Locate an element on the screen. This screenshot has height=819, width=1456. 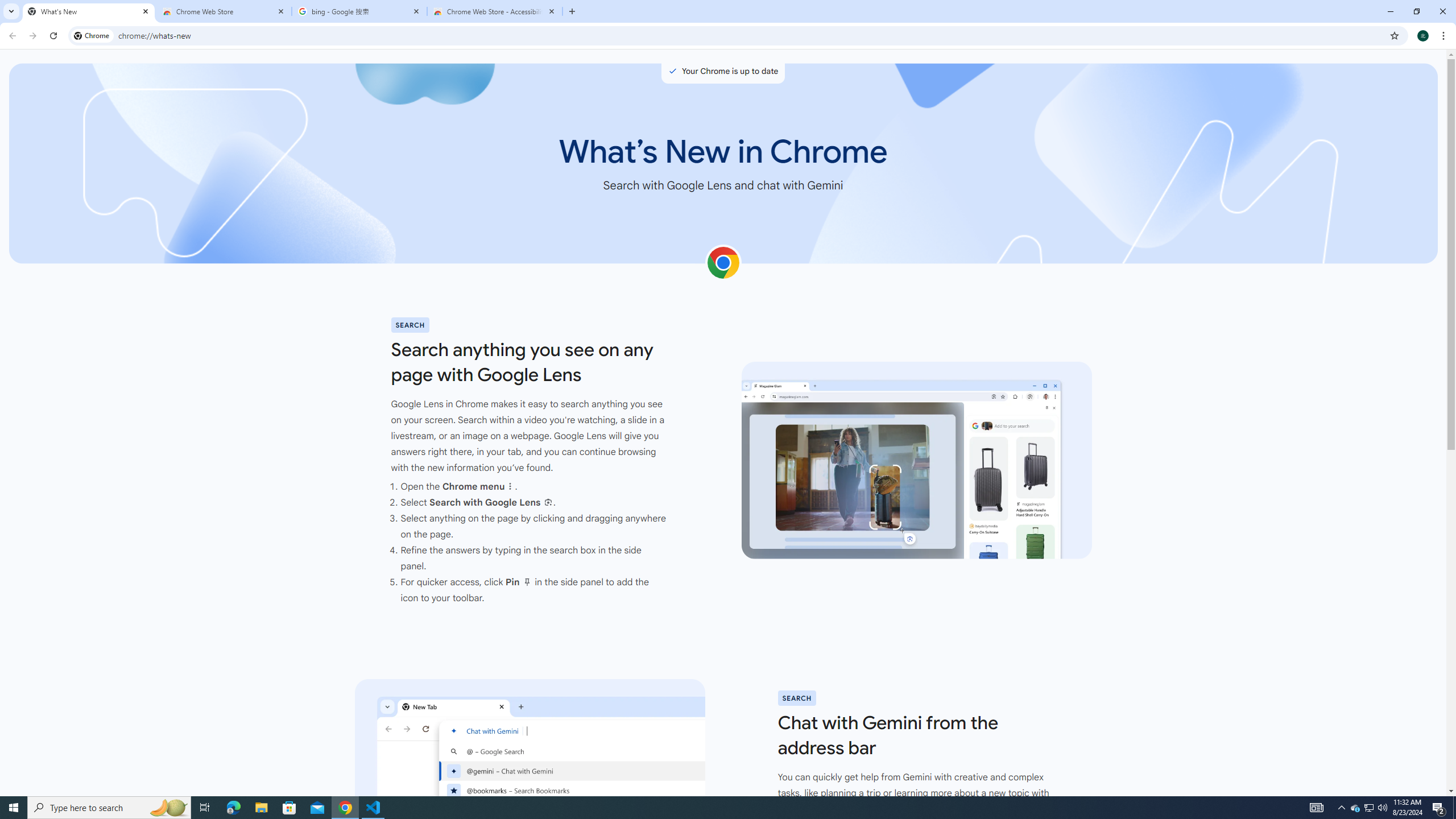
'Google Lens on a product page.' is located at coordinates (916, 460).